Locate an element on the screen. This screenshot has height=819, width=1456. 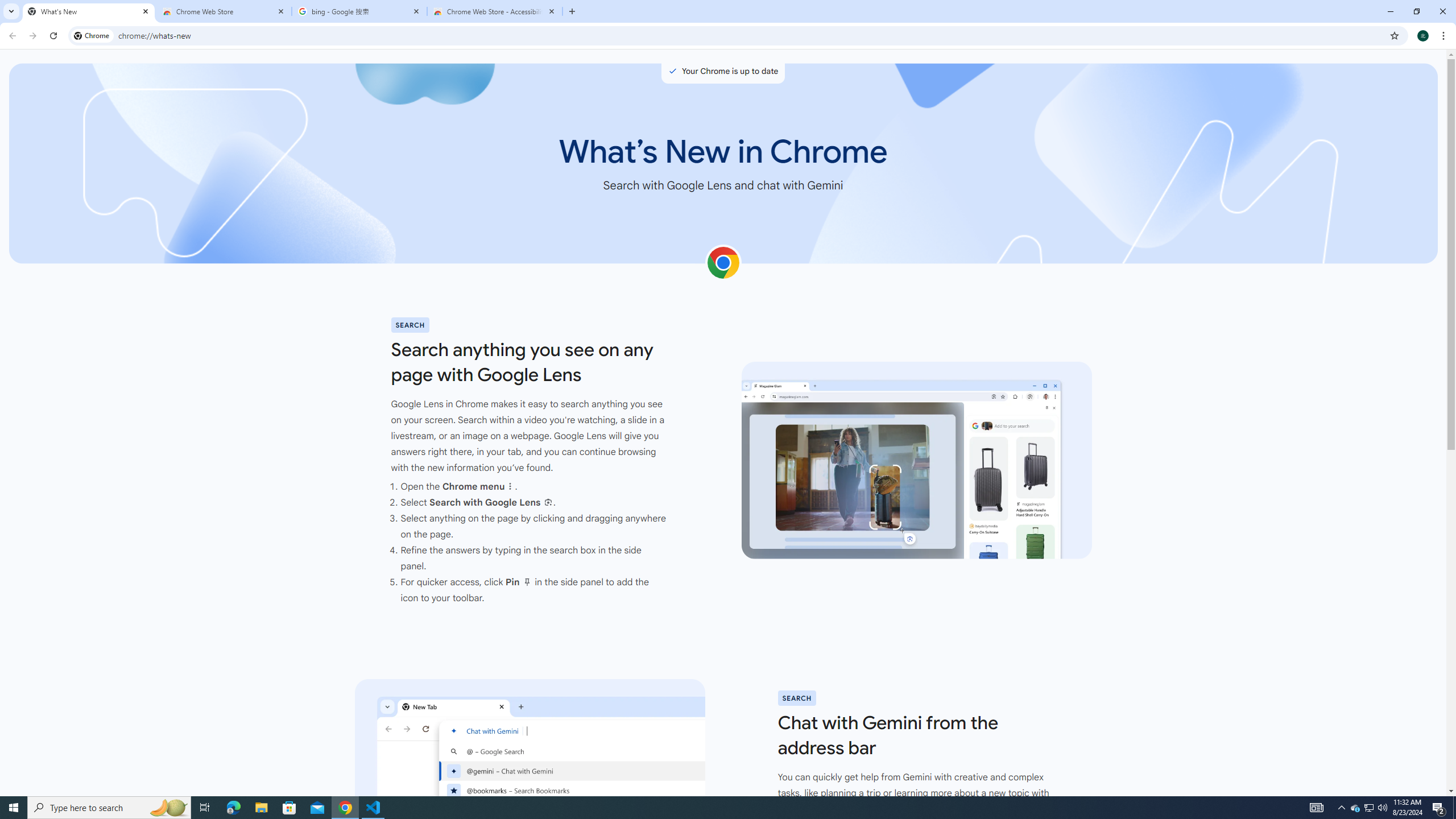
'Google Lens on a product page.' is located at coordinates (916, 460).